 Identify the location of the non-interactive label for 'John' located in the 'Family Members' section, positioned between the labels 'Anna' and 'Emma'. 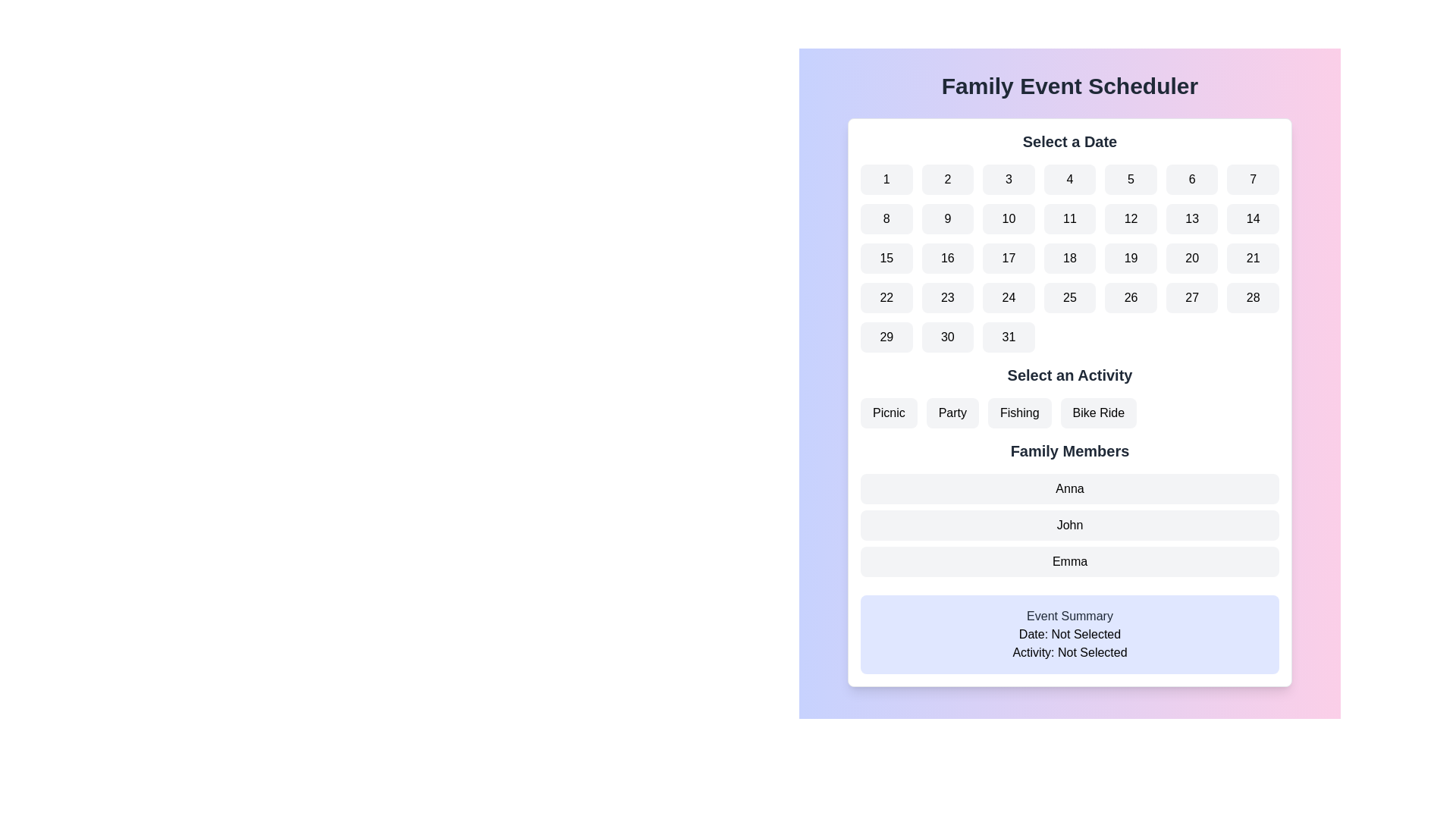
(1069, 525).